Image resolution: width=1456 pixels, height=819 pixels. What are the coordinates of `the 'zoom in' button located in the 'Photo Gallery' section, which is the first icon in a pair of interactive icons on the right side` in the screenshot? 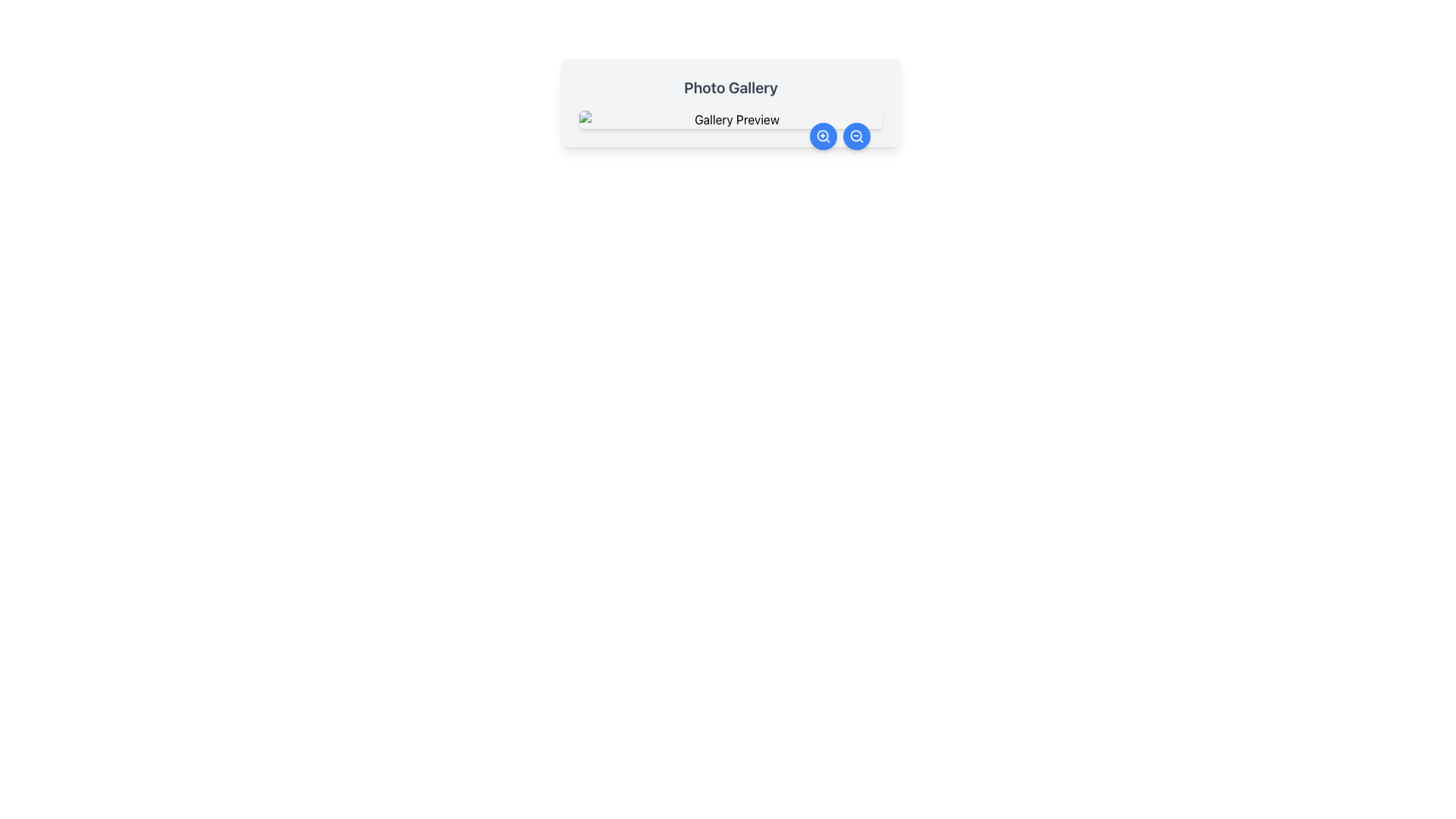 It's located at (822, 136).